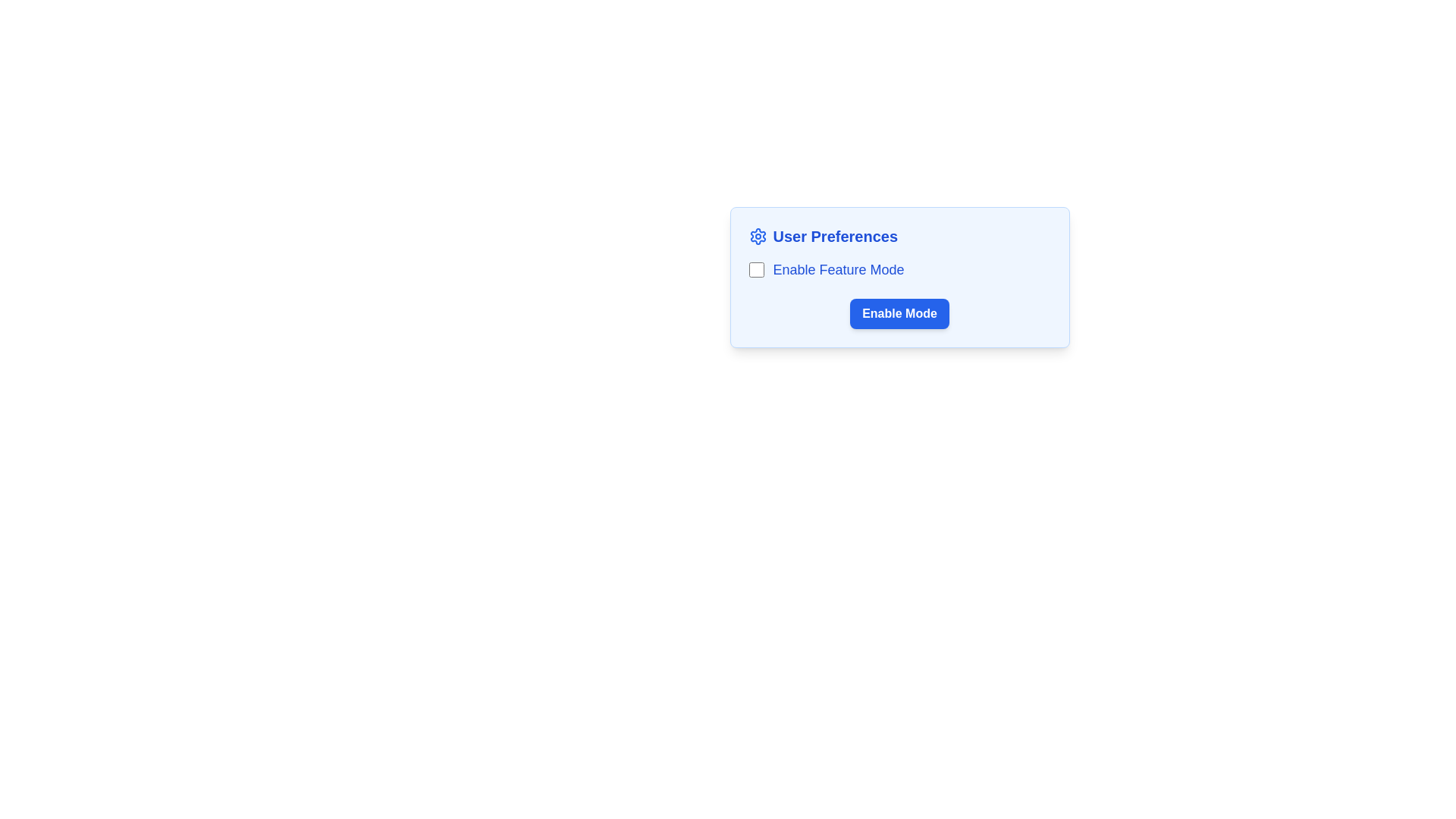 This screenshot has height=819, width=1456. What do you see at coordinates (758, 237) in the screenshot?
I see `the settings icon located at the top-left corner of the 'User Preferences' section` at bounding box center [758, 237].